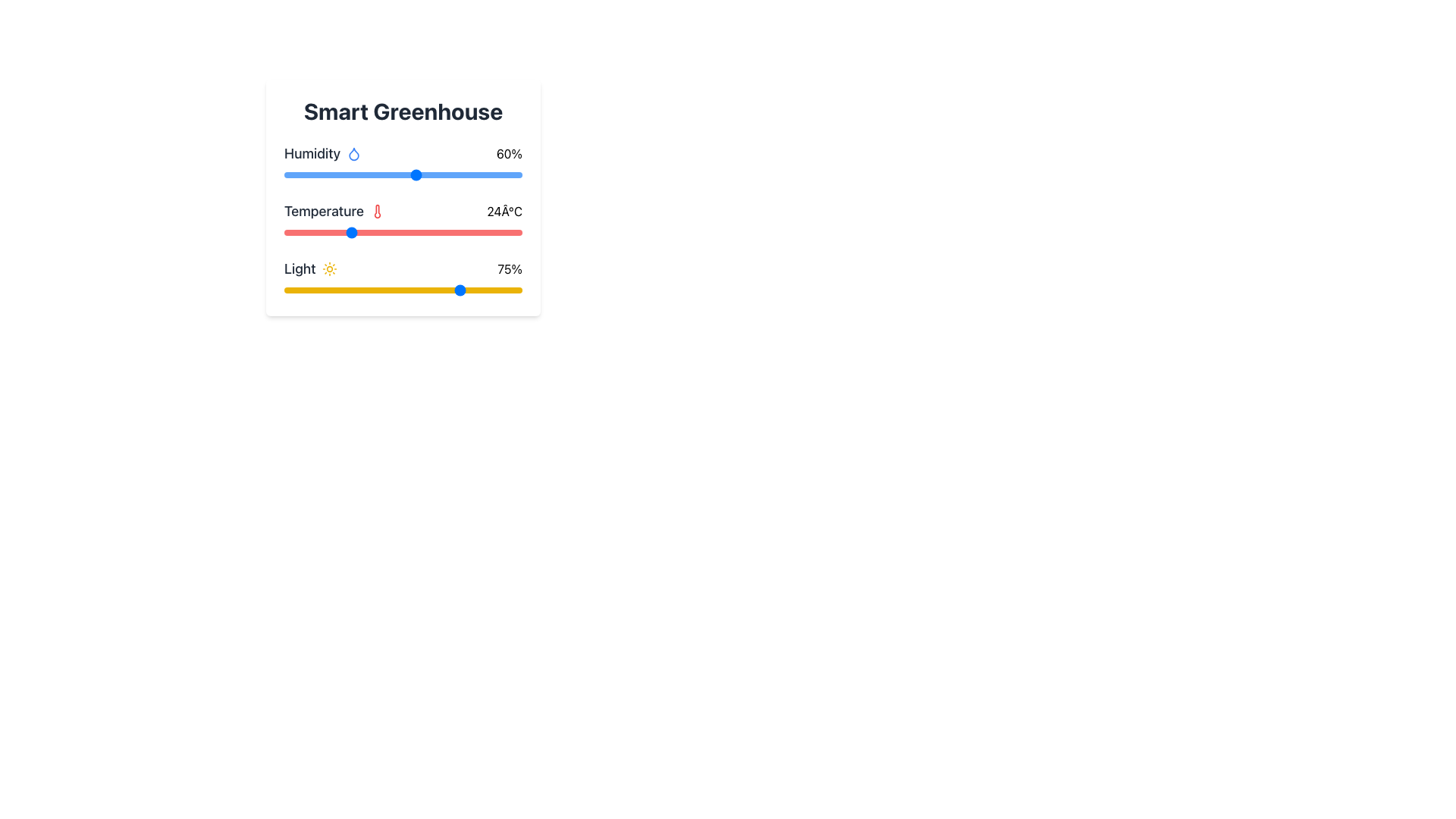  What do you see at coordinates (403, 110) in the screenshot?
I see `the title text element located at the top of the card with a gradient background and rounded borders` at bounding box center [403, 110].